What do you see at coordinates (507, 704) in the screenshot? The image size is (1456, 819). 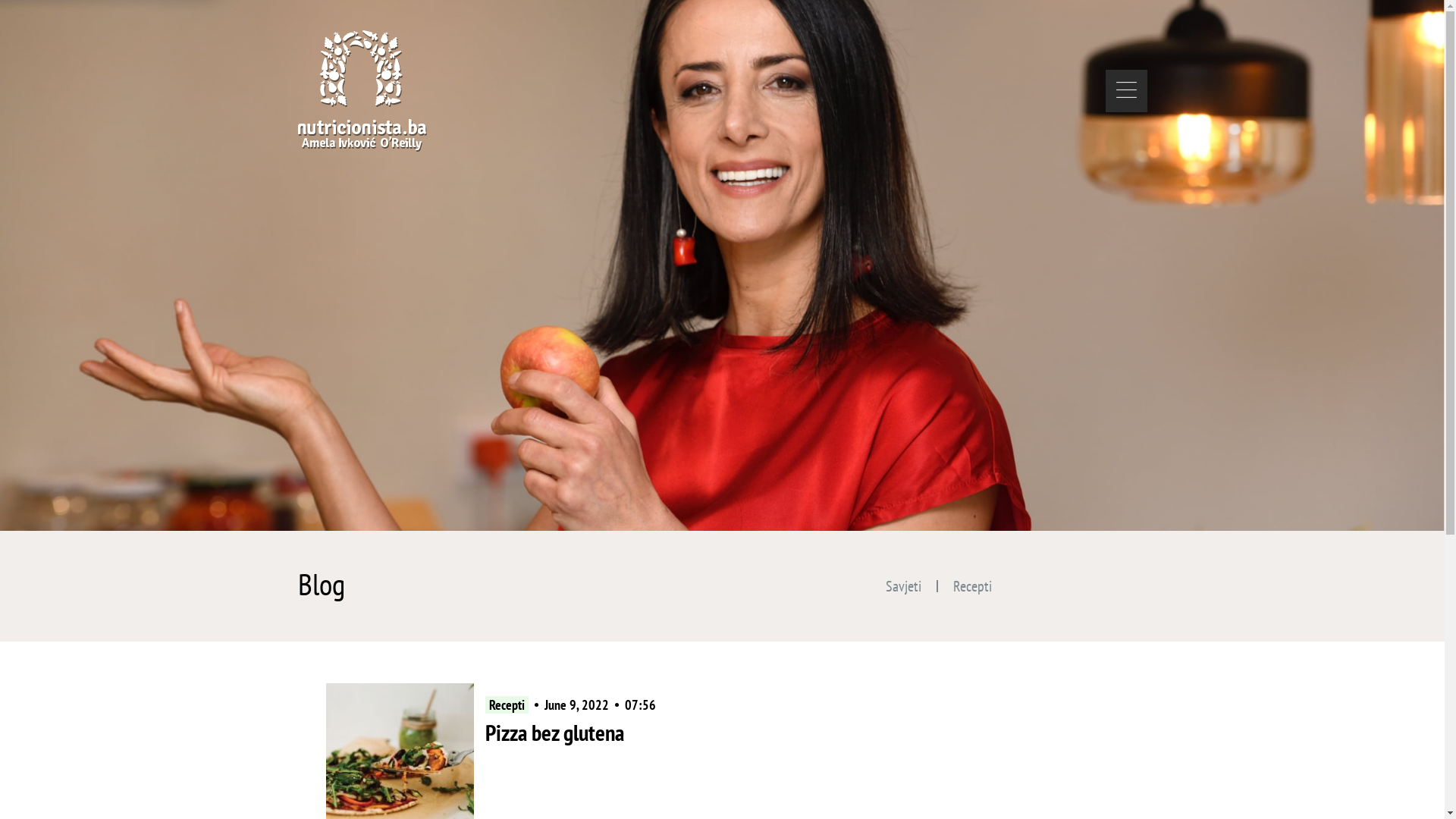 I see `'Recepti'` at bounding box center [507, 704].